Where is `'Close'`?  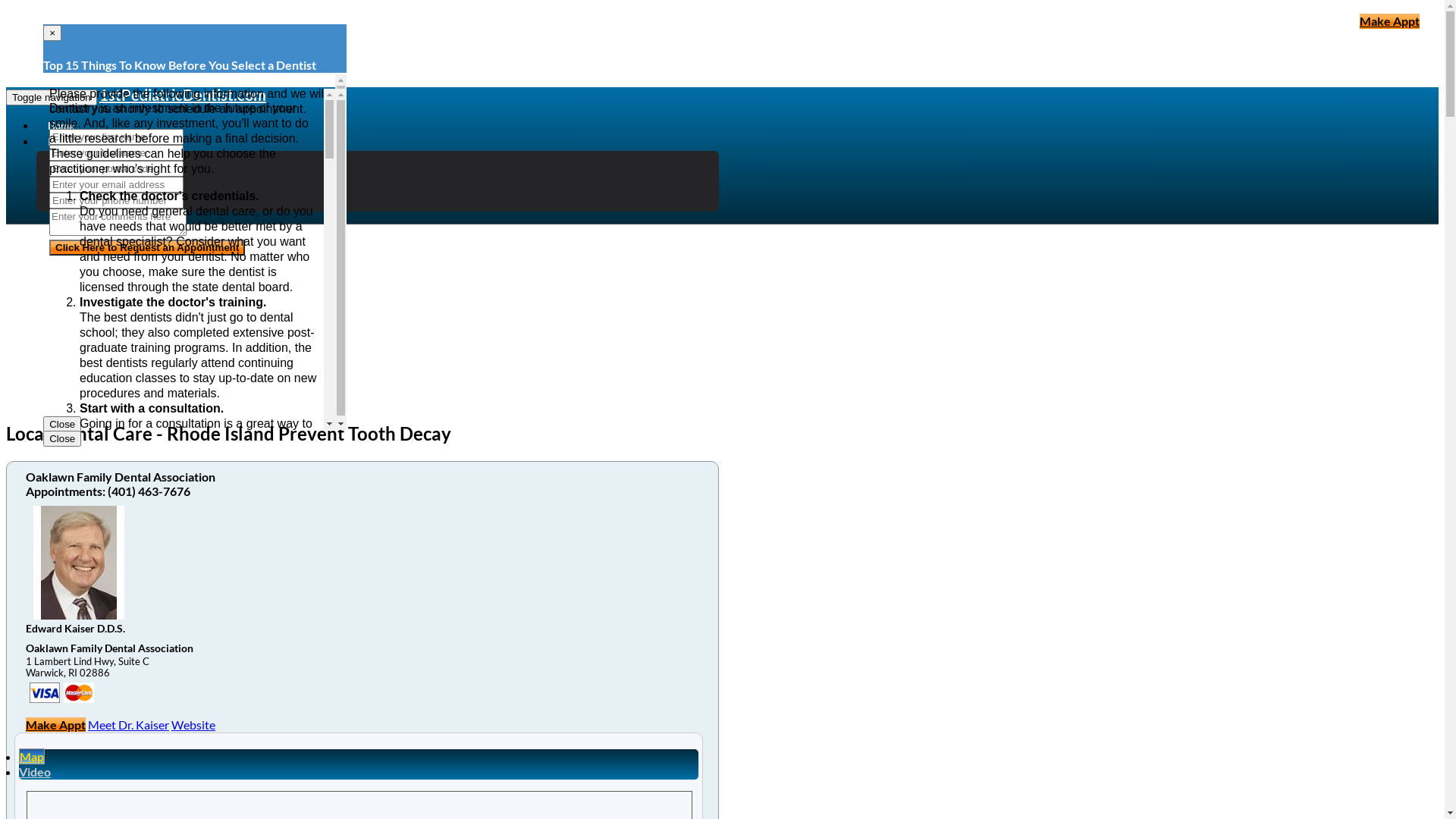
'Close' is located at coordinates (43, 438).